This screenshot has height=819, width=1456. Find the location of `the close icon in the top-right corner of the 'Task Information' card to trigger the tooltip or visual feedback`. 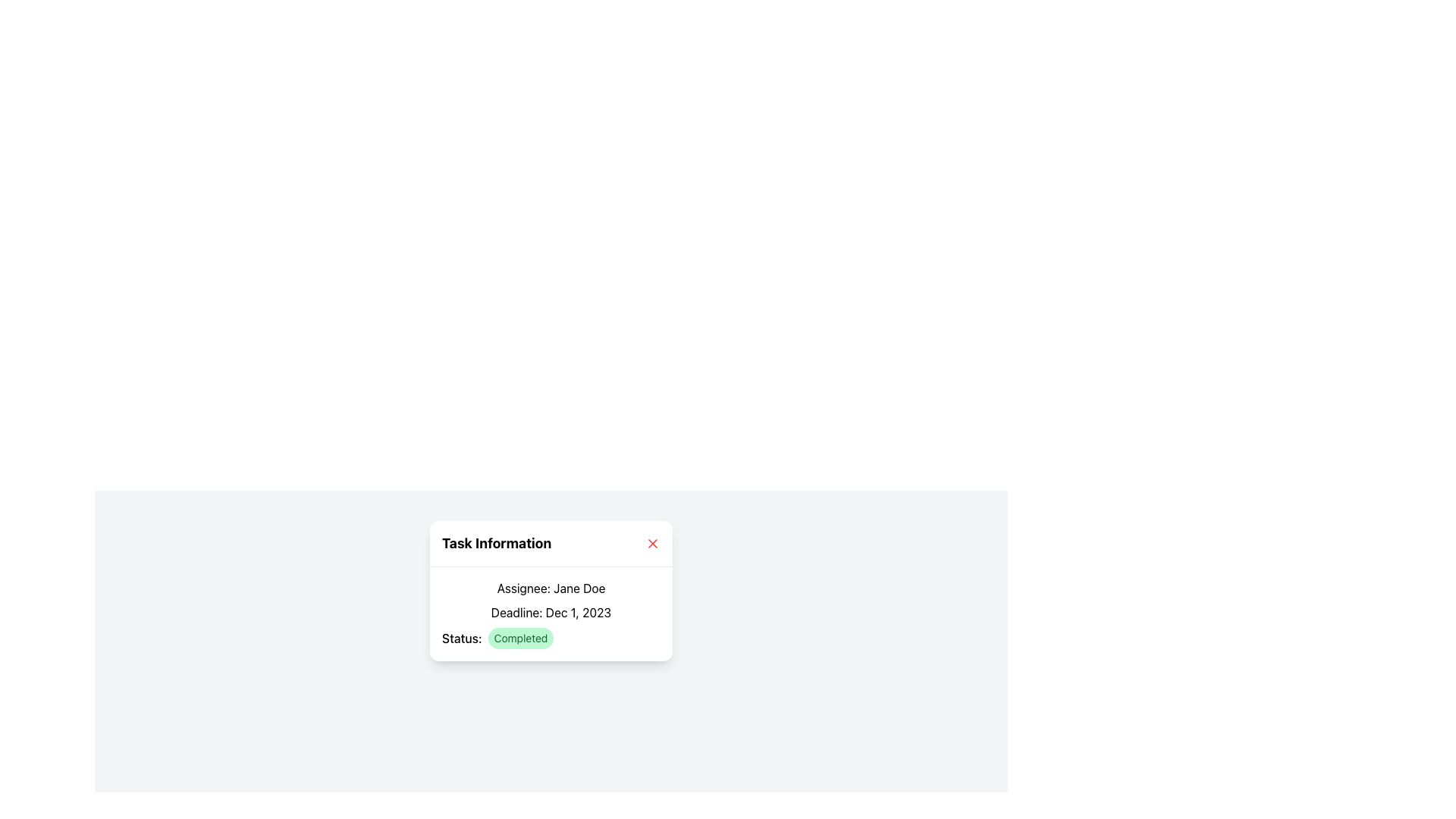

the close icon in the top-right corner of the 'Task Information' card to trigger the tooltip or visual feedback is located at coordinates (652, 543).